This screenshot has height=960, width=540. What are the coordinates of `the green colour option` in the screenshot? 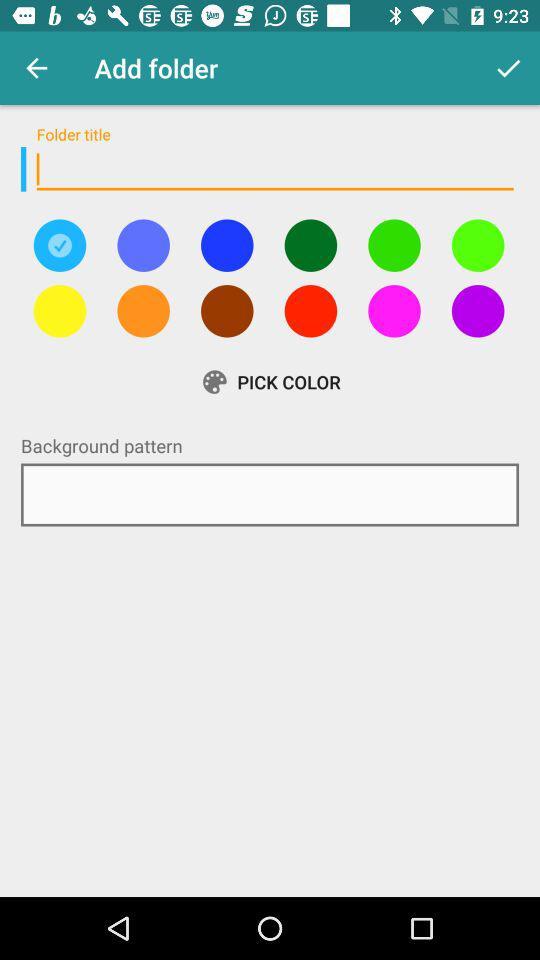 It's located at (310, 244).